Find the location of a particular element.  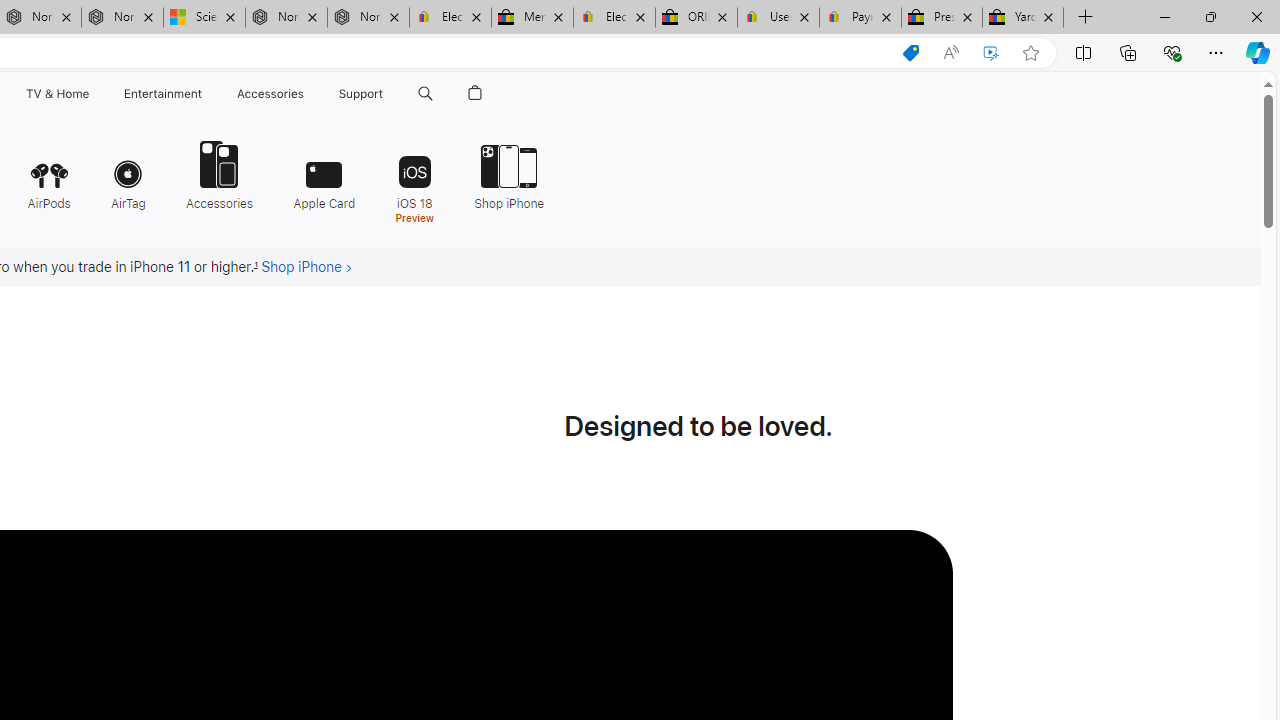

'AutomationID: globalnav-bag' is located at coordinates (474, 93).